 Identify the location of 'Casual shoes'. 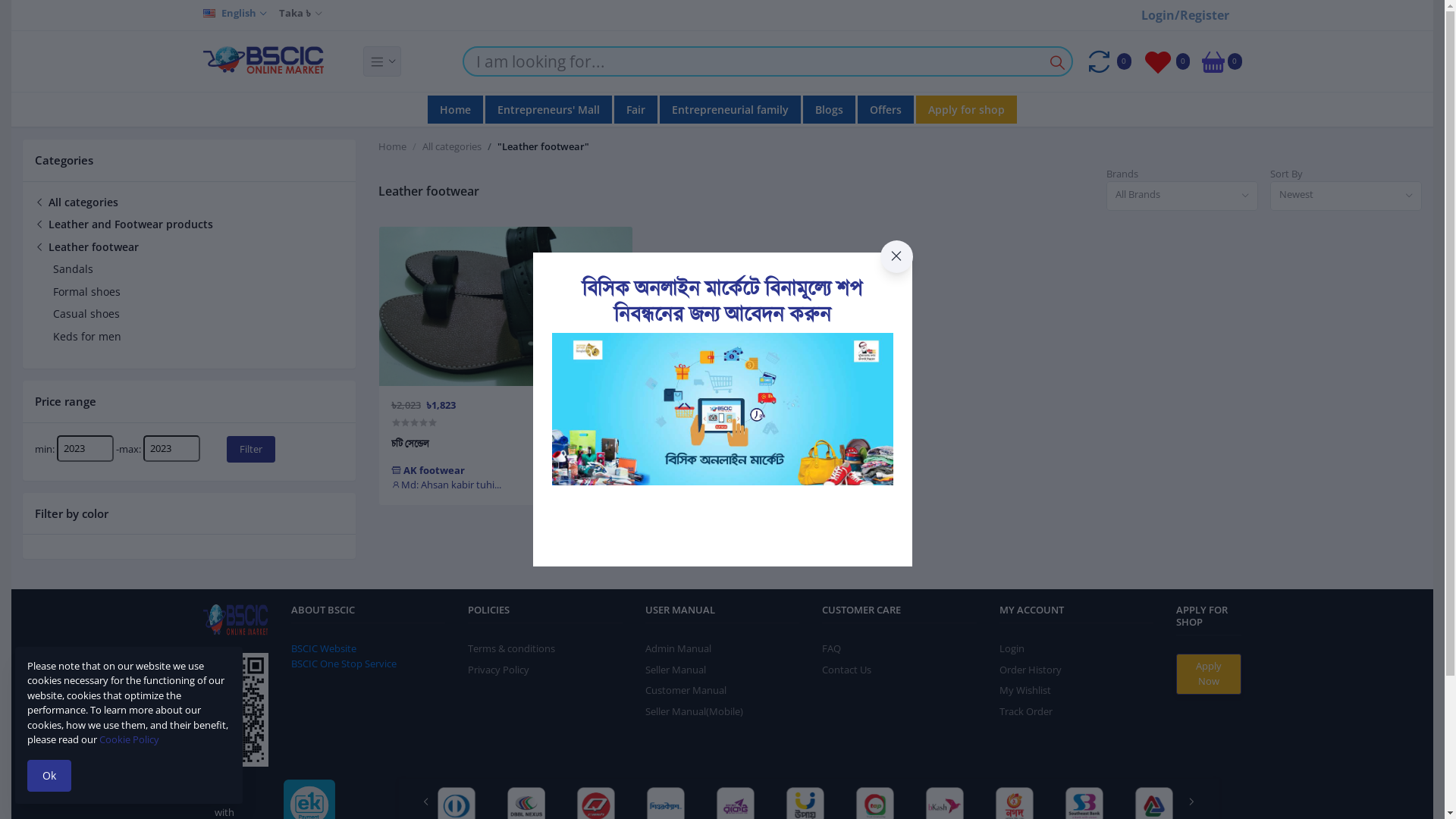
(86, 312).